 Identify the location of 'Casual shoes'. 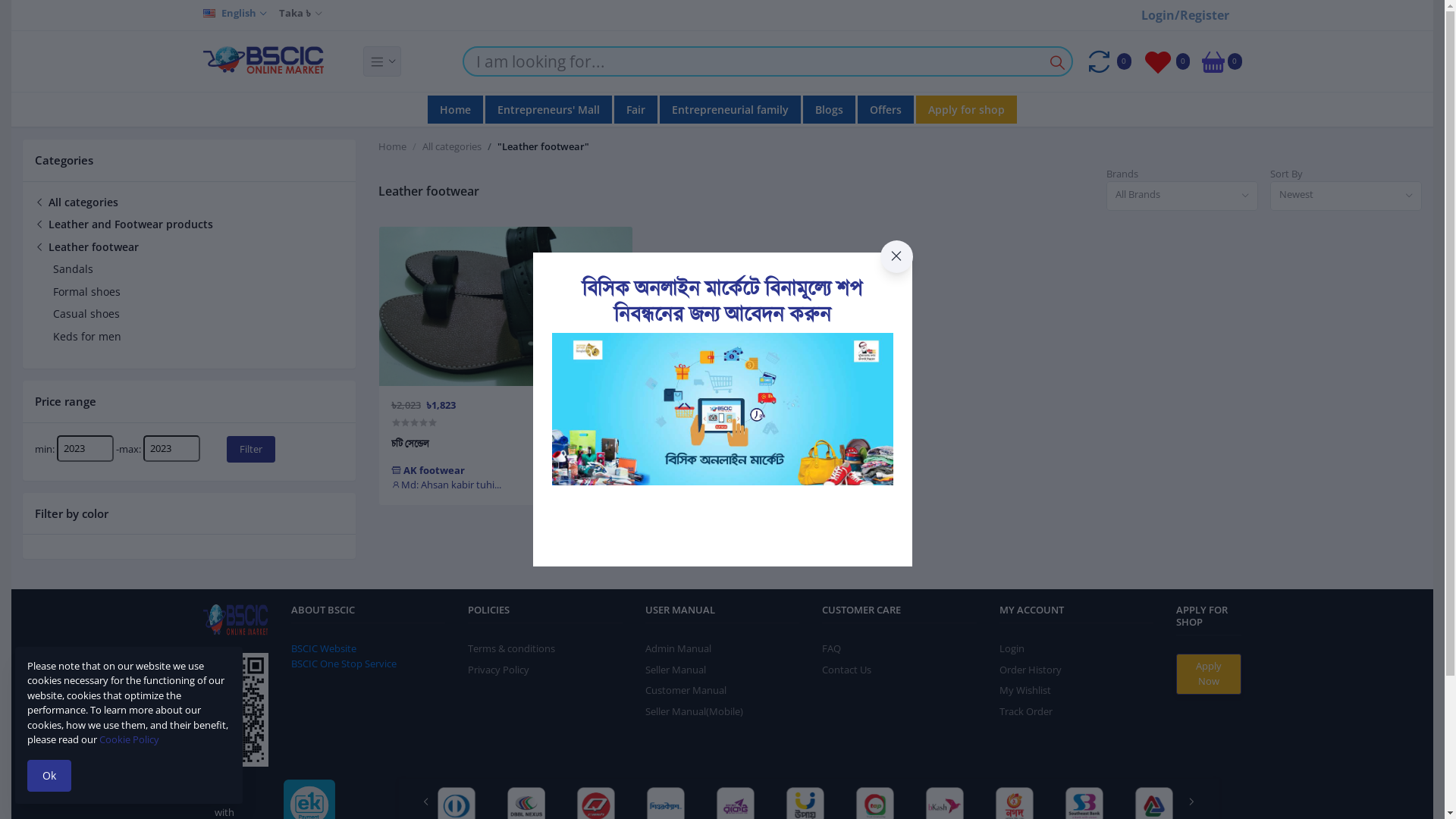
(86, 312).